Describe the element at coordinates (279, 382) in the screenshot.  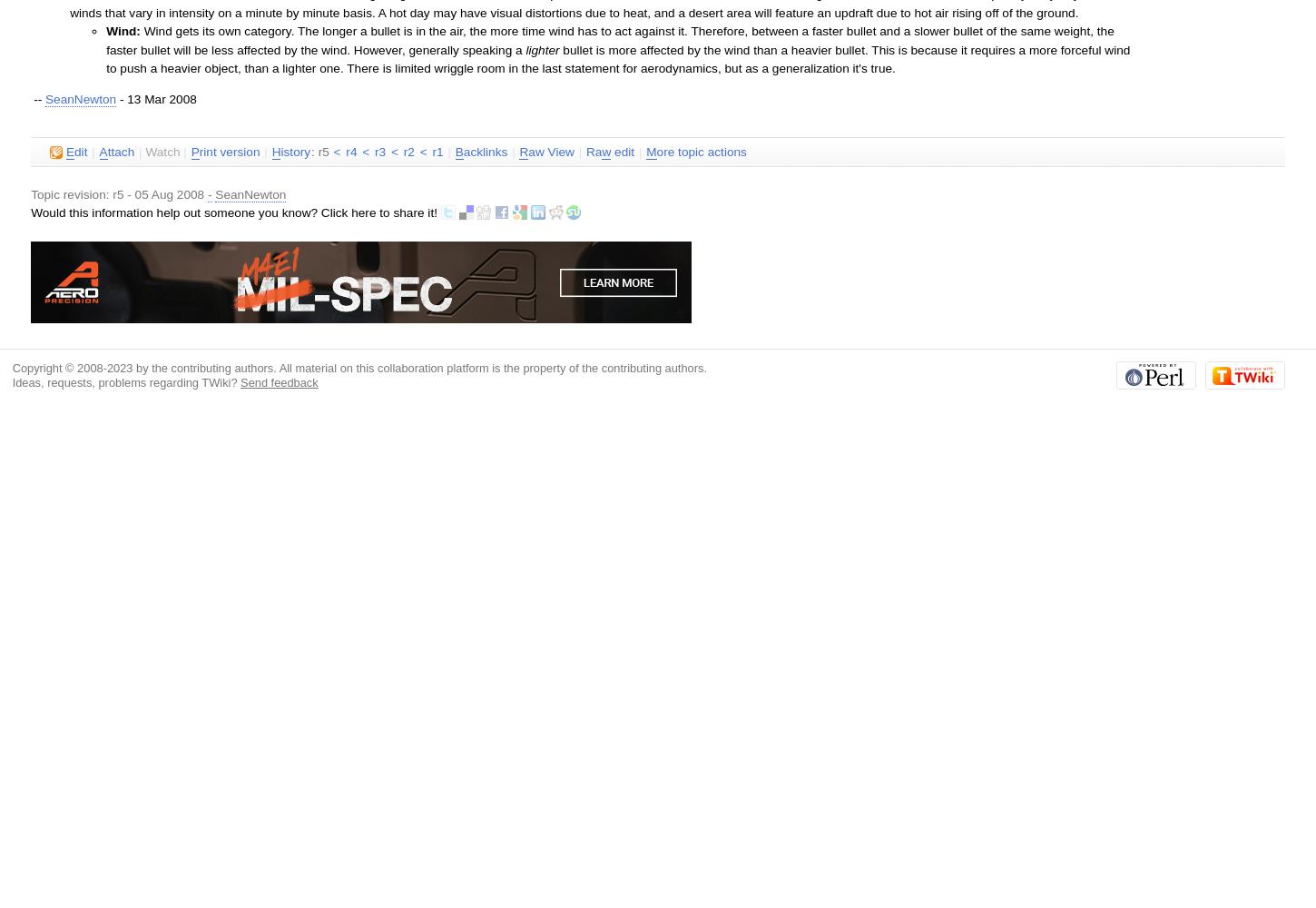
I see `'Send feedback'` at that location.